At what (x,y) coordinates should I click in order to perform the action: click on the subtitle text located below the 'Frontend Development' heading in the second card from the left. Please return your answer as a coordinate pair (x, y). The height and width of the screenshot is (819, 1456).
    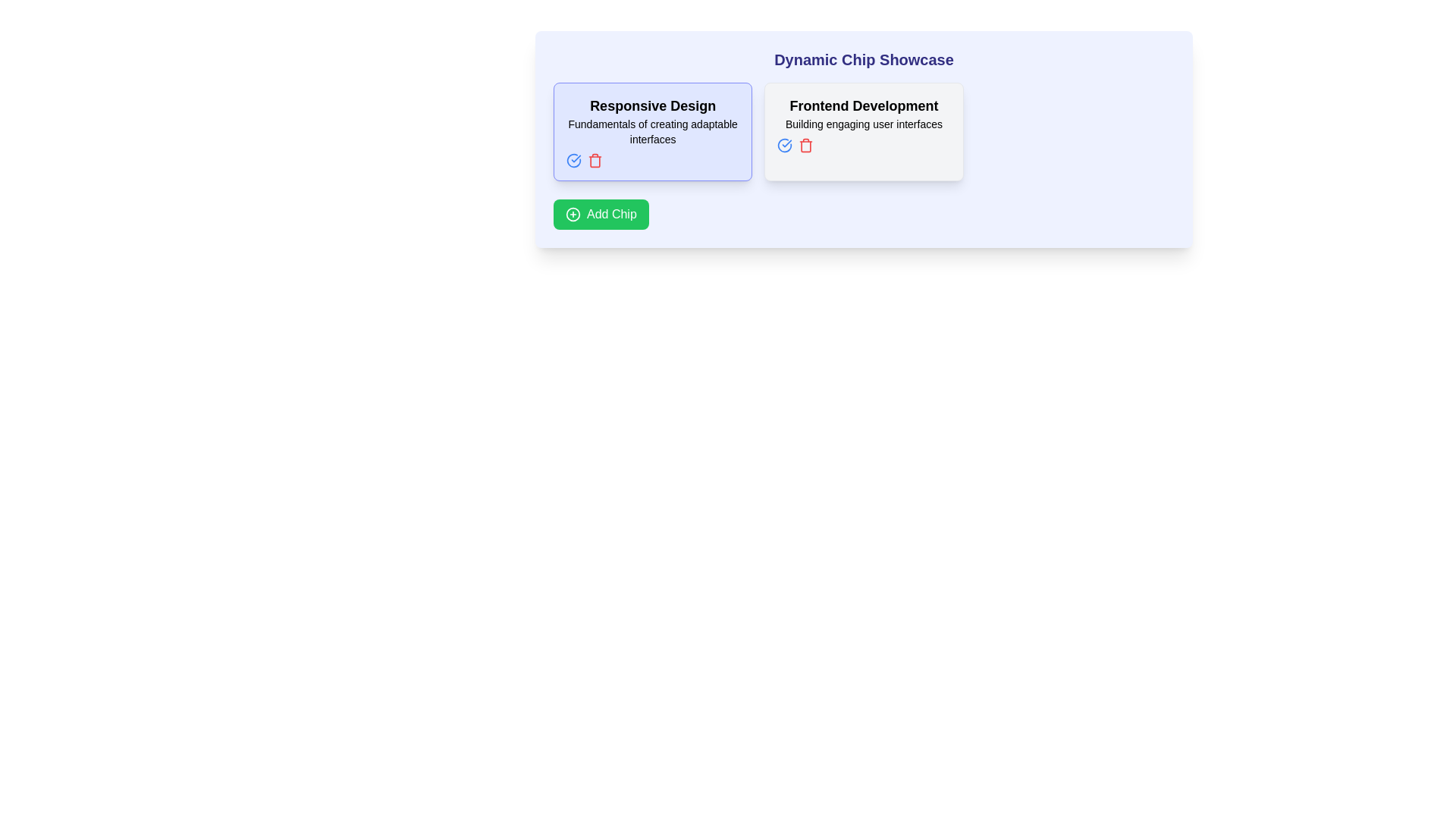
    Looking at the image, I should click on (864, 124).